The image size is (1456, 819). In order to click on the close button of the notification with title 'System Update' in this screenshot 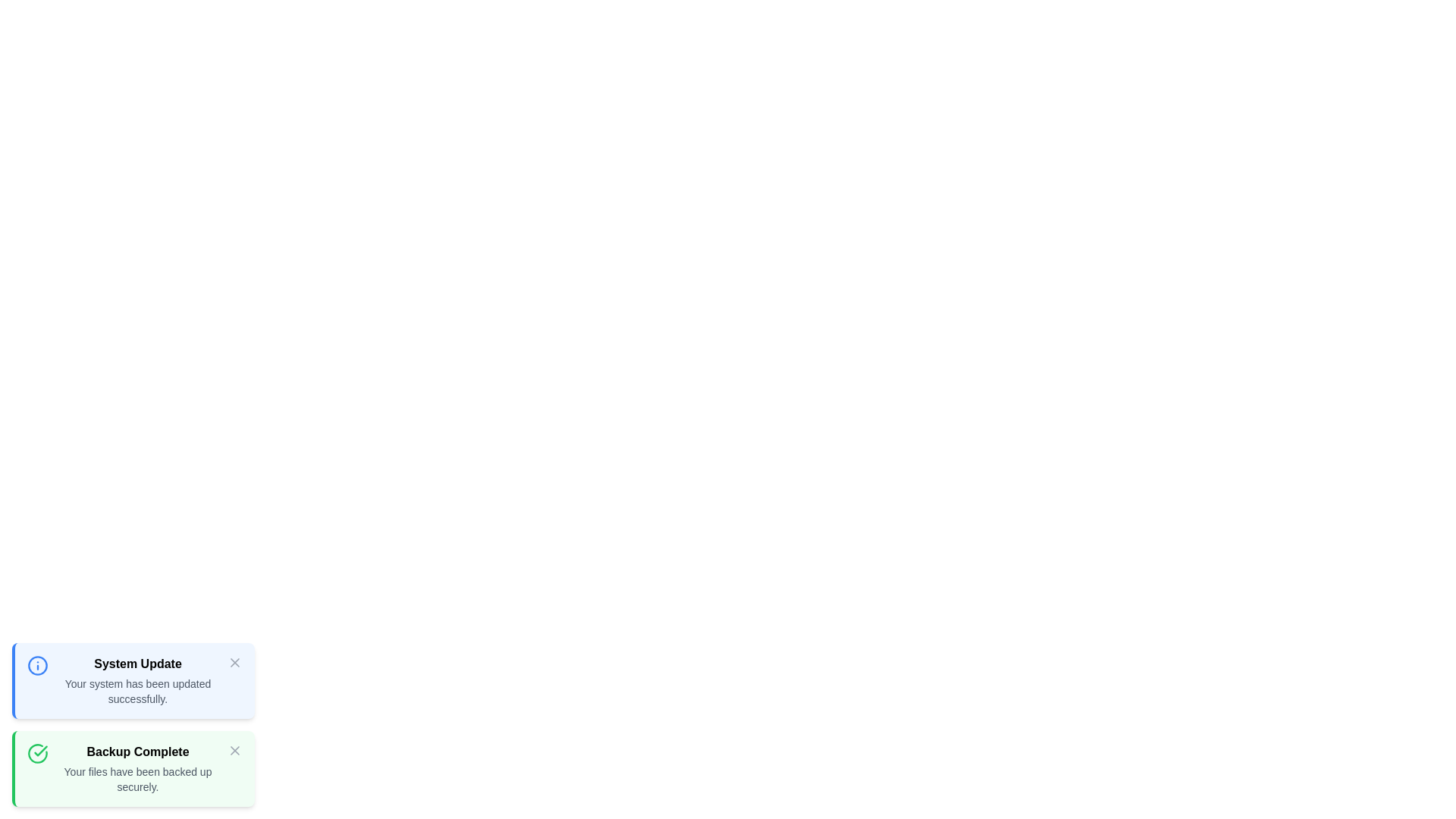, I will do `click(234, 662)`.